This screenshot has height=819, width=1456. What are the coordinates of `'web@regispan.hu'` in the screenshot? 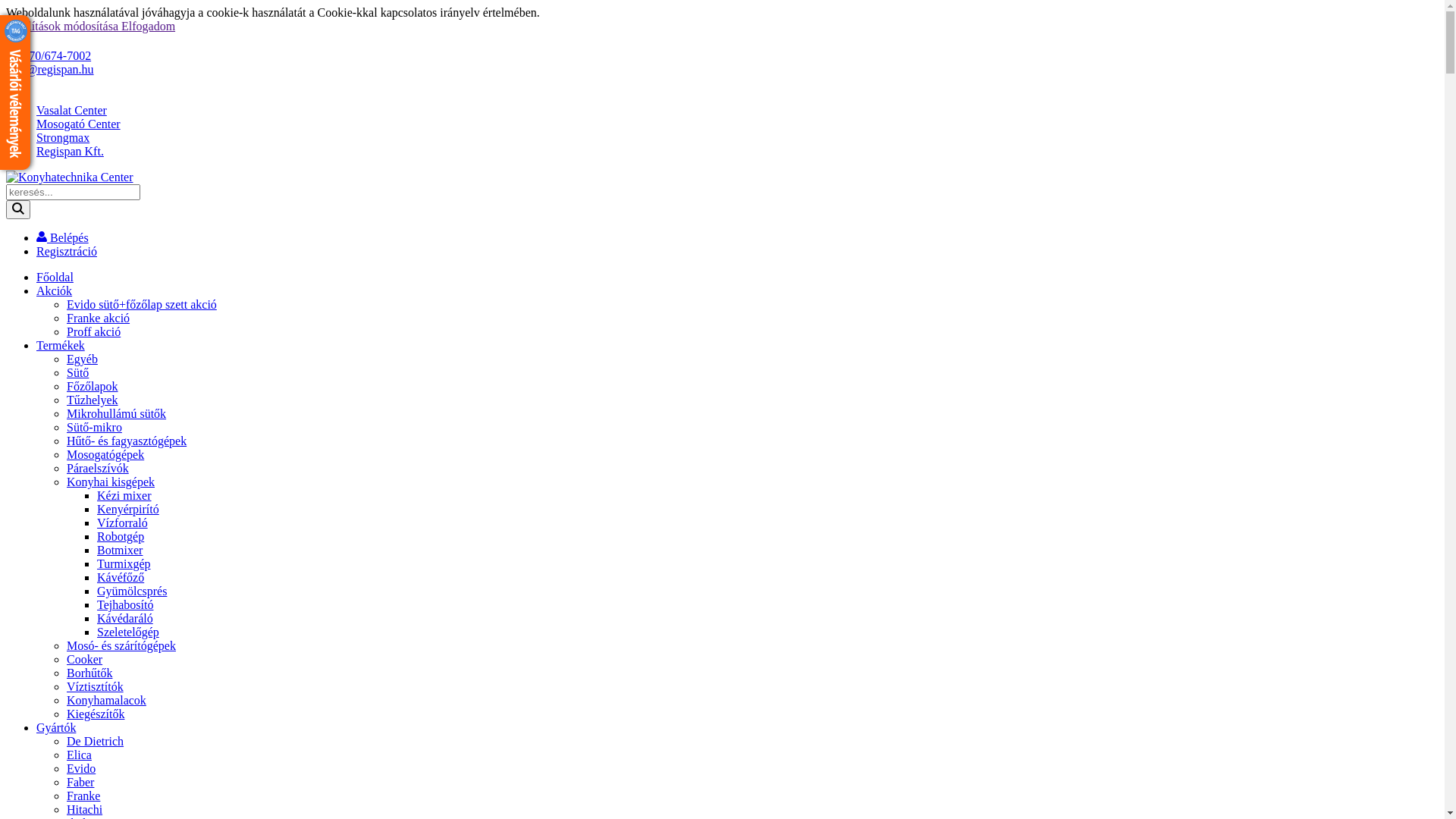 It's located at (50, 69).